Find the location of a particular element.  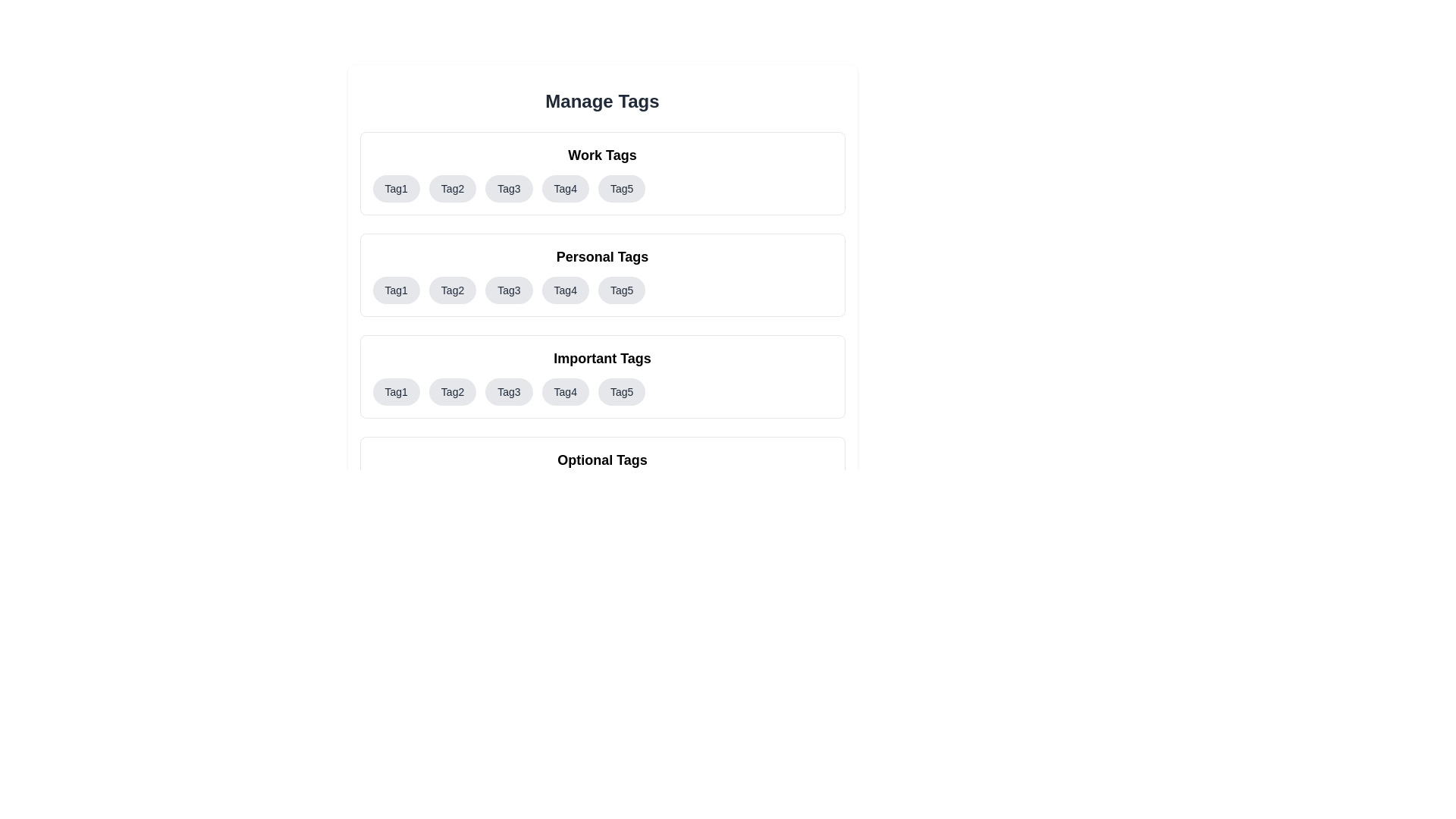

the third tag in the 'Work Tags' group is located at coordinates (509, 188).